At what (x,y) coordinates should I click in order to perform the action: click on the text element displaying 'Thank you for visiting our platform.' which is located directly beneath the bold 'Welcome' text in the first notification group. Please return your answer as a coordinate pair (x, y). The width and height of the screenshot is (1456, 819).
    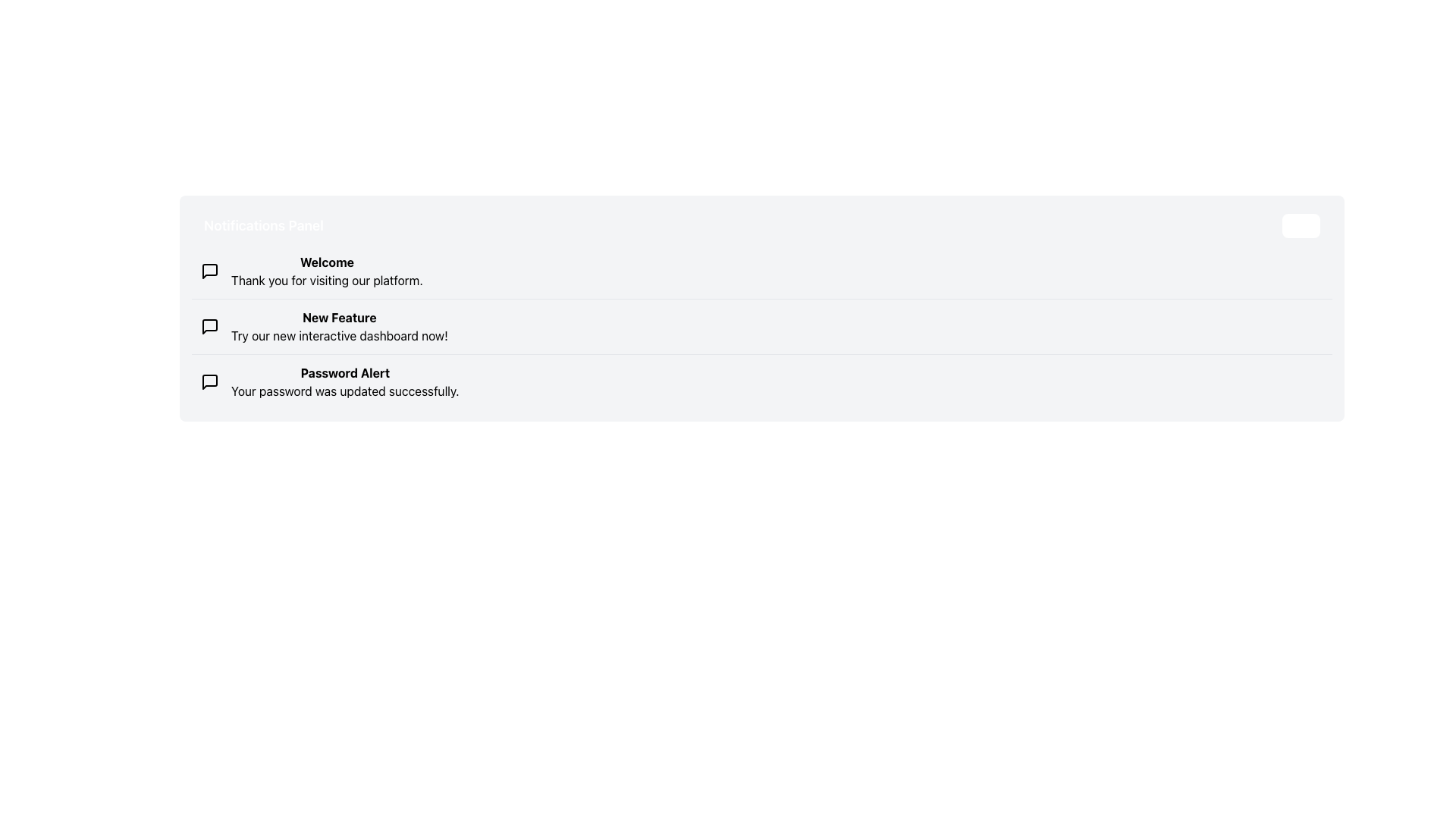
    Looking at the image, I should click on (326, 281).